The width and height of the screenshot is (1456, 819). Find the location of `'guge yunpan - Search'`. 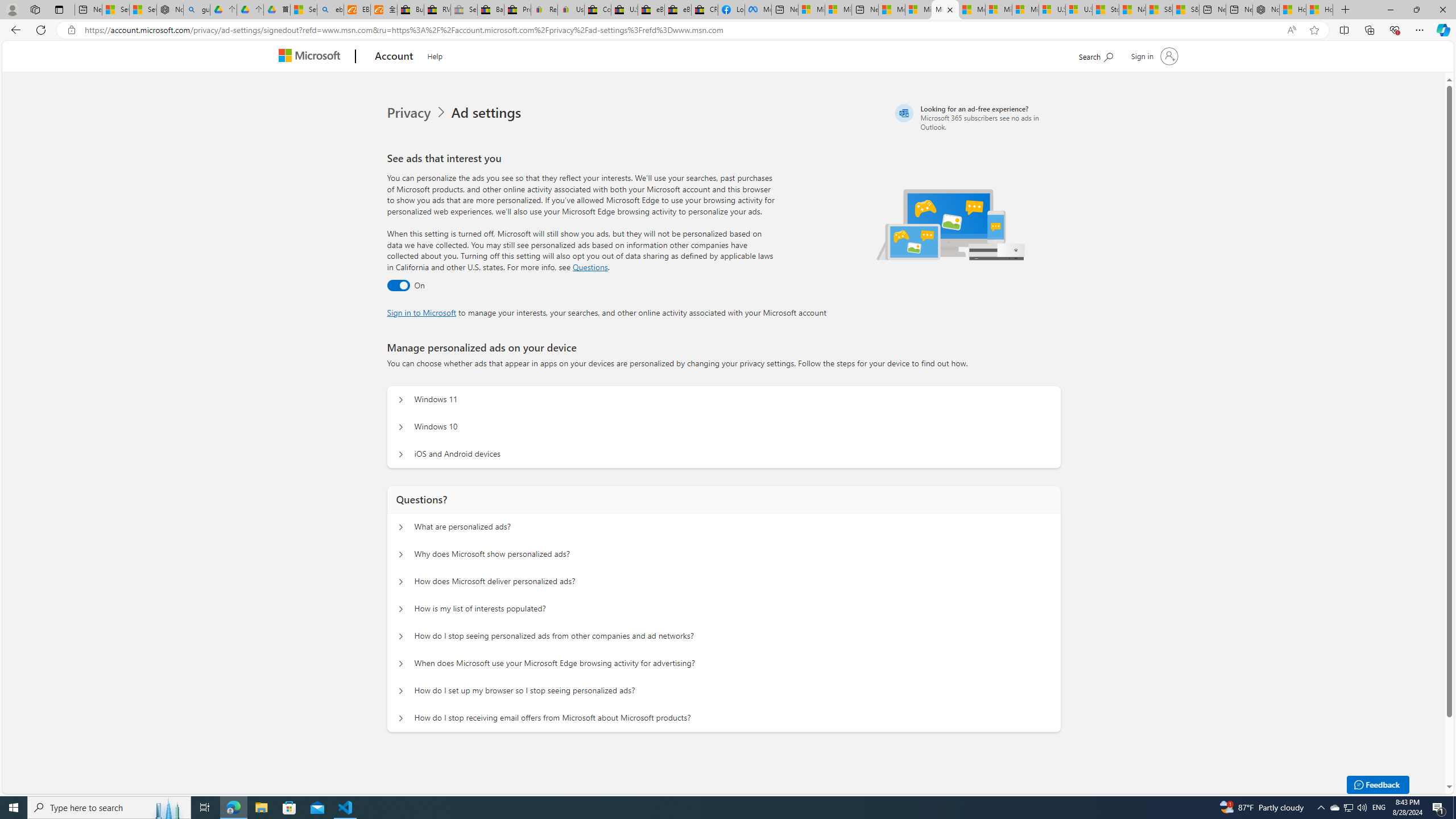

'guge yunpan - Search' is located at coordinates (197, 9).